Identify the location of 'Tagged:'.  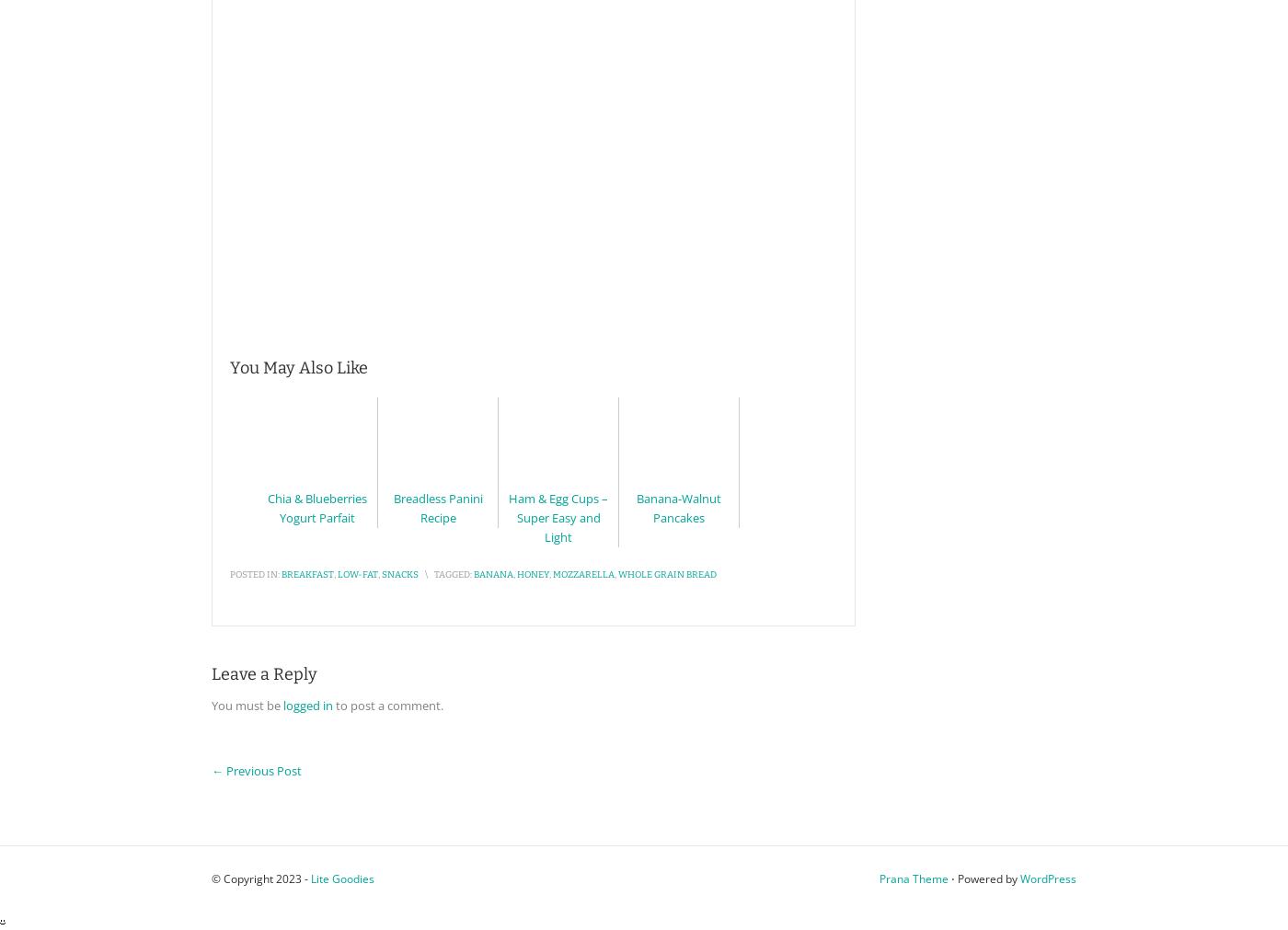
(453, 575).